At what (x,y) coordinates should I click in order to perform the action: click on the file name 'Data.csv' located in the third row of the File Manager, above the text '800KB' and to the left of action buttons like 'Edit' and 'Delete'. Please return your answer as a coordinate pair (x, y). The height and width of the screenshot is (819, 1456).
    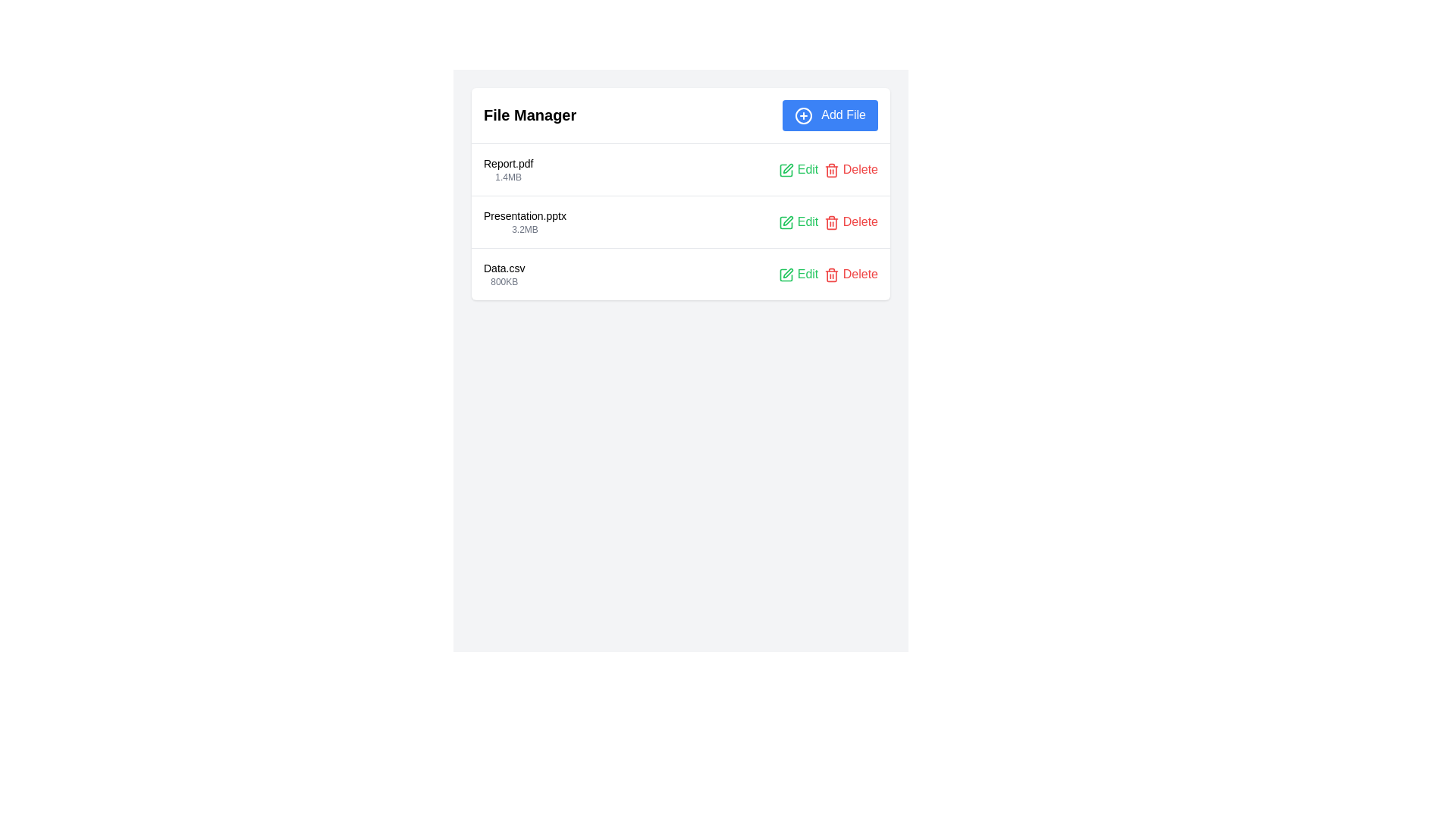
    Looking at the image, I should click on (504, 267).